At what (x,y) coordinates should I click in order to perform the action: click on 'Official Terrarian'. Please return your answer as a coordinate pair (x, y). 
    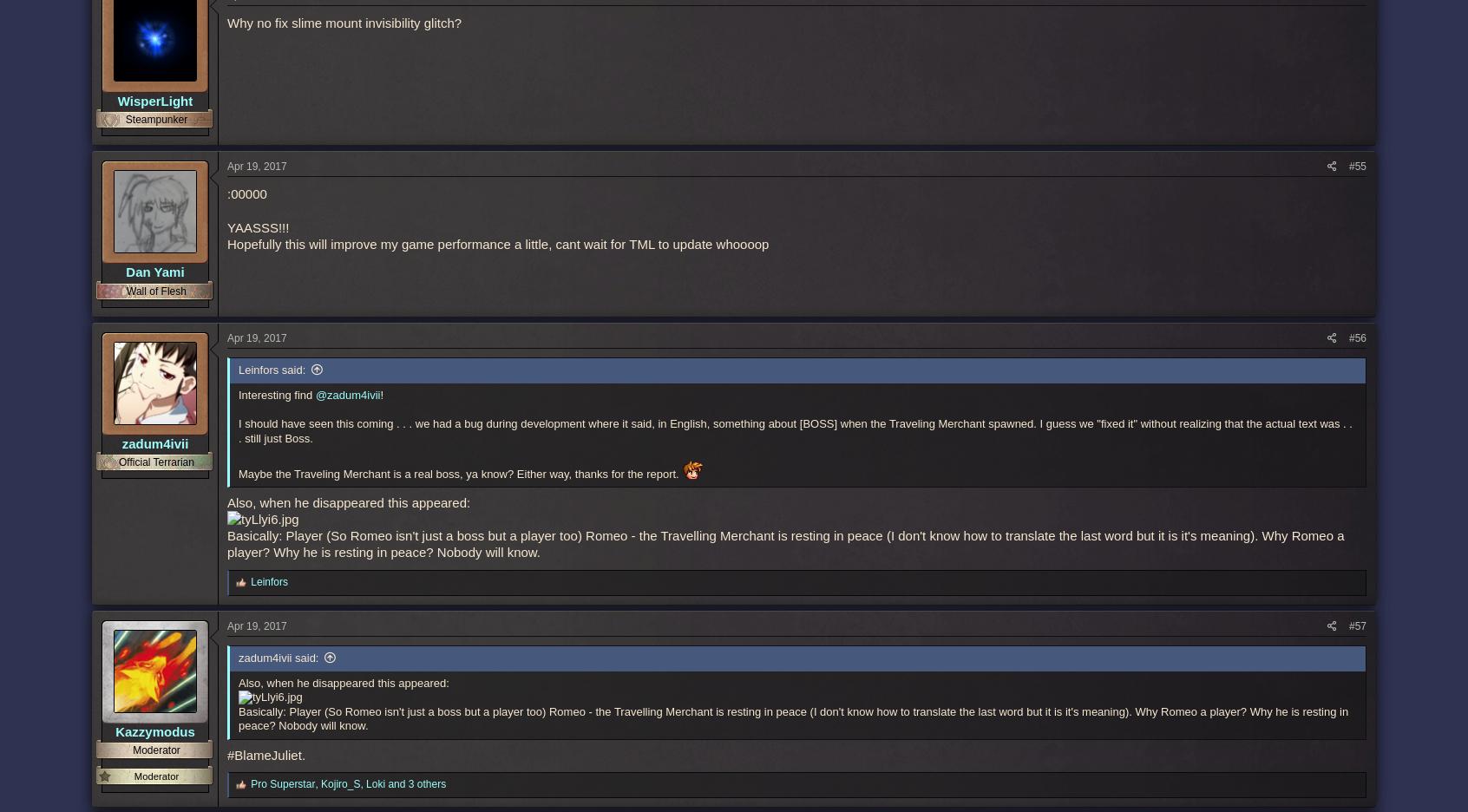
    Looking at the image, I should click on (119, 462).